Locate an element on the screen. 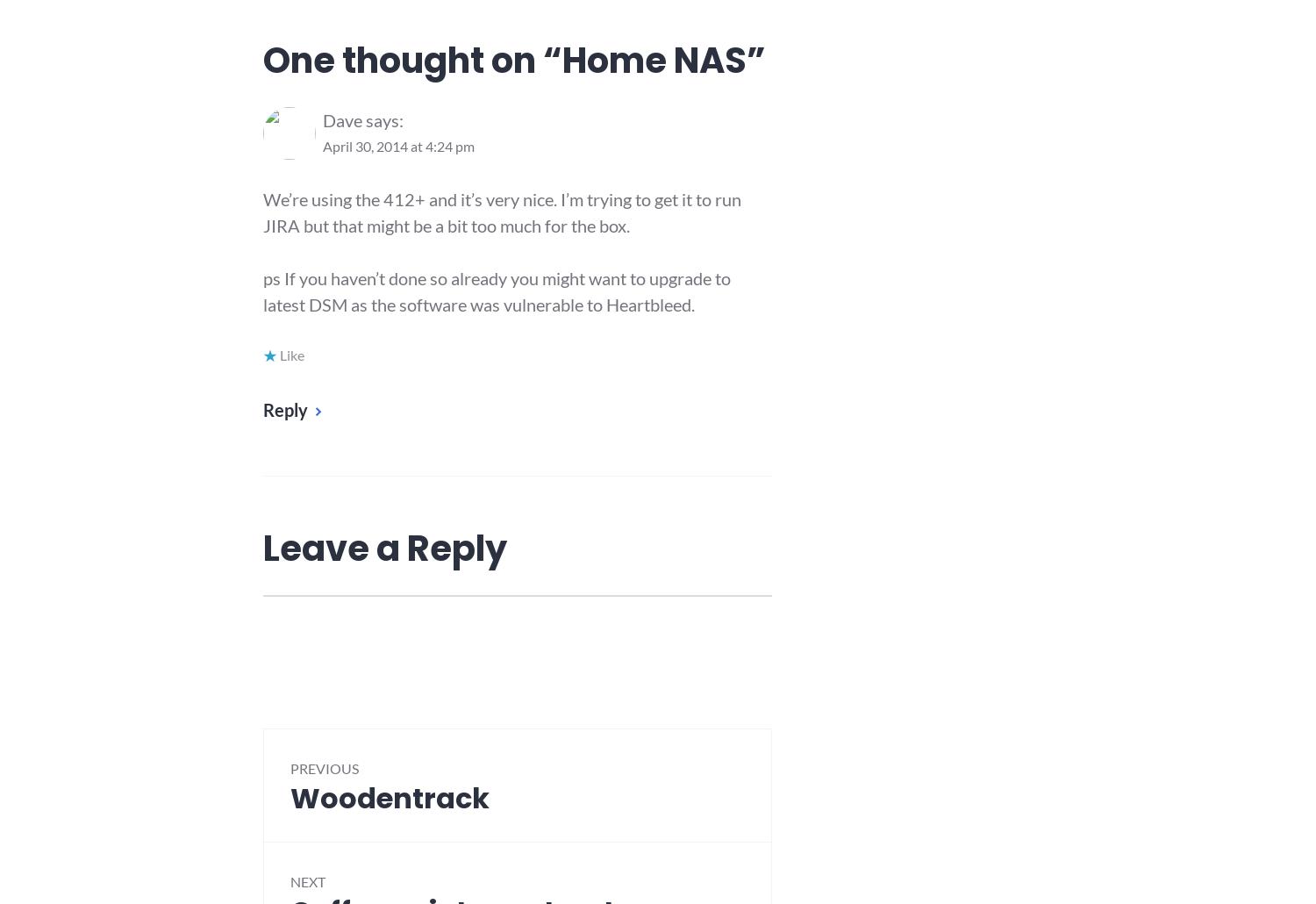 Image resolution: width=1316 pixels, height=904 pixels. 'ps If you haven’t done so already you might want to upgrade to latest DSM as the software was vulnerable to Heartbleed.' is located at coordinates (263, 290).